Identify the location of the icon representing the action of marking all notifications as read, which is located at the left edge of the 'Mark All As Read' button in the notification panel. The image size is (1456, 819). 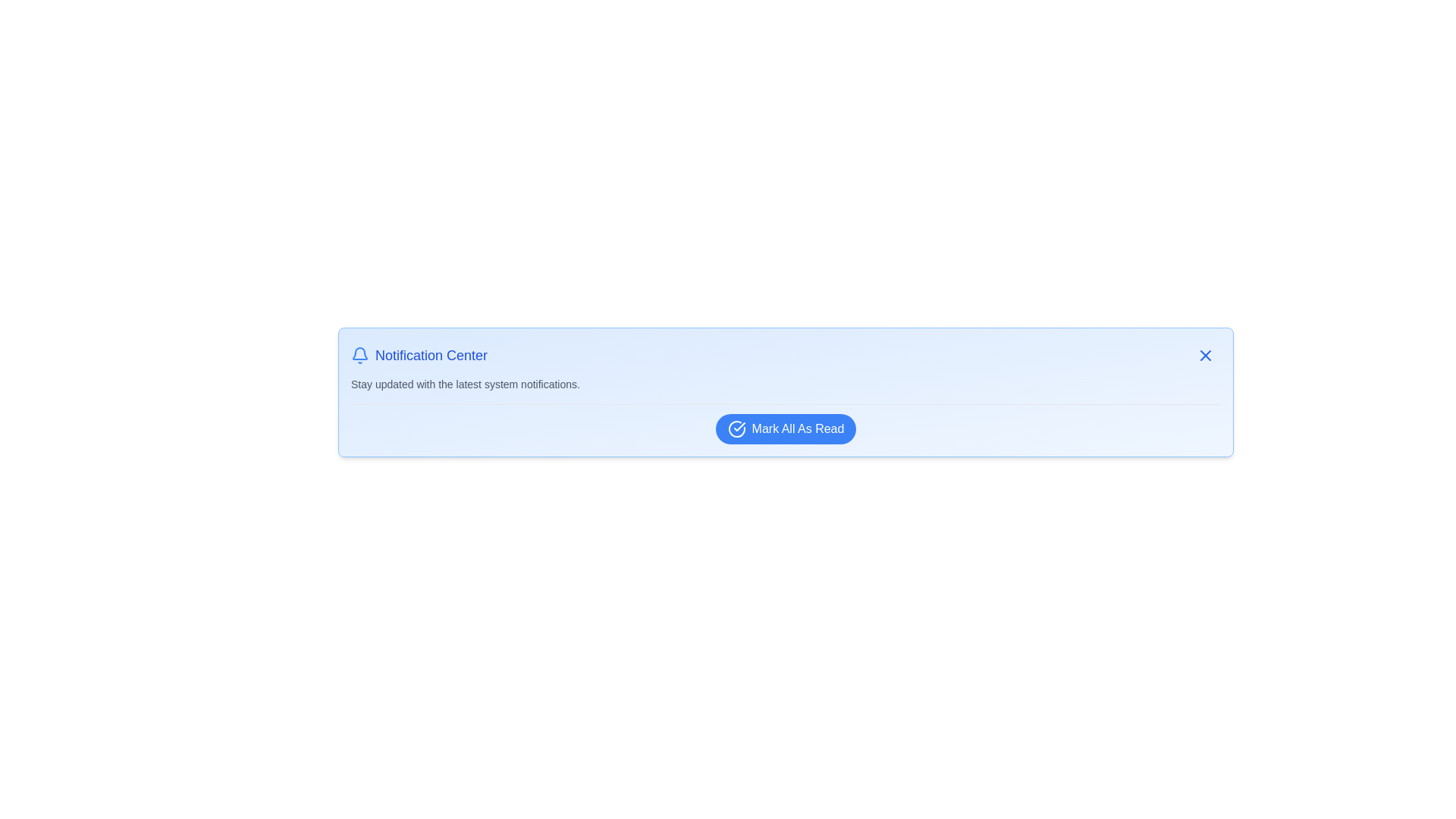
(736, 429).